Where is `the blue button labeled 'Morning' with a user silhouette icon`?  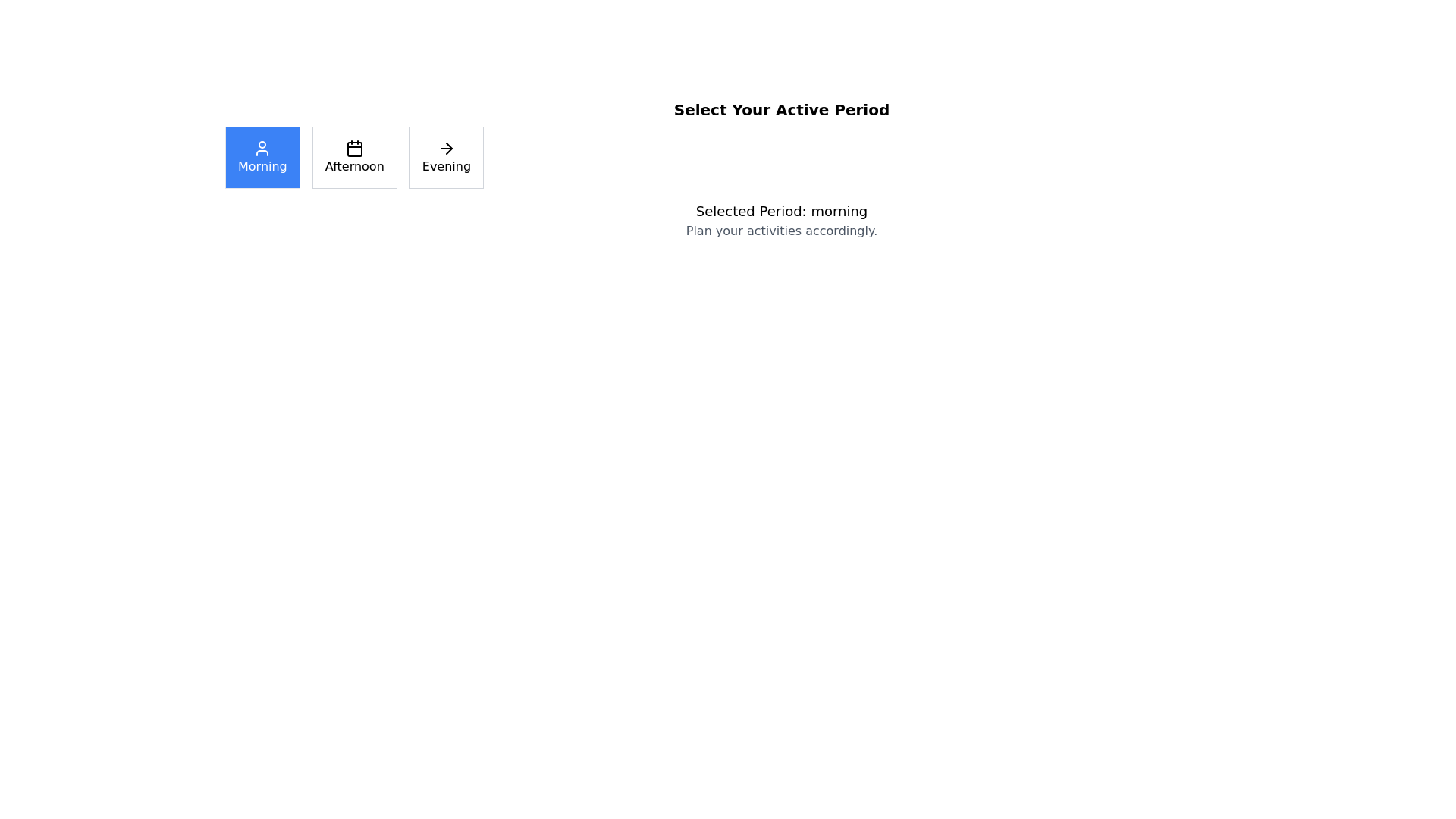 the blue button labeled 'Morning' with a user silhouette icon is located at coordinates (262, 158).